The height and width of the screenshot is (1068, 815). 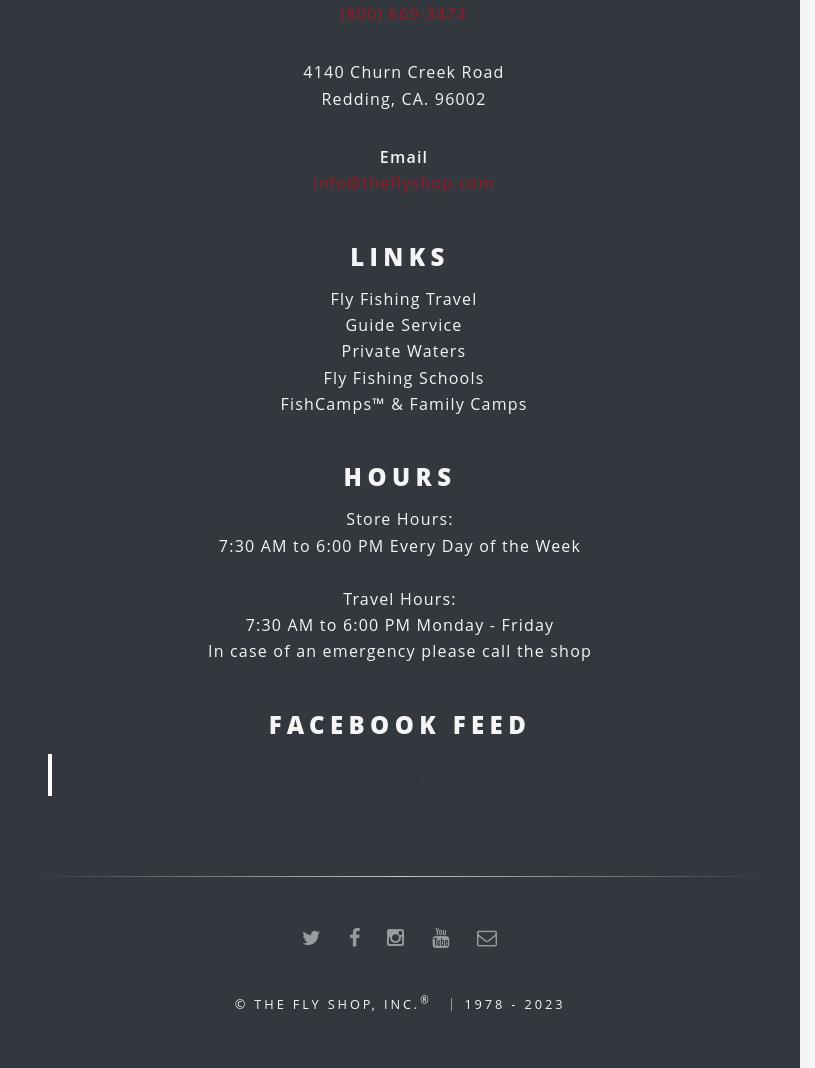 What do you see at coordinates (417, 773) in the screenshot?
I see `'The Fly Shop'` at bounding box center [417, 773].